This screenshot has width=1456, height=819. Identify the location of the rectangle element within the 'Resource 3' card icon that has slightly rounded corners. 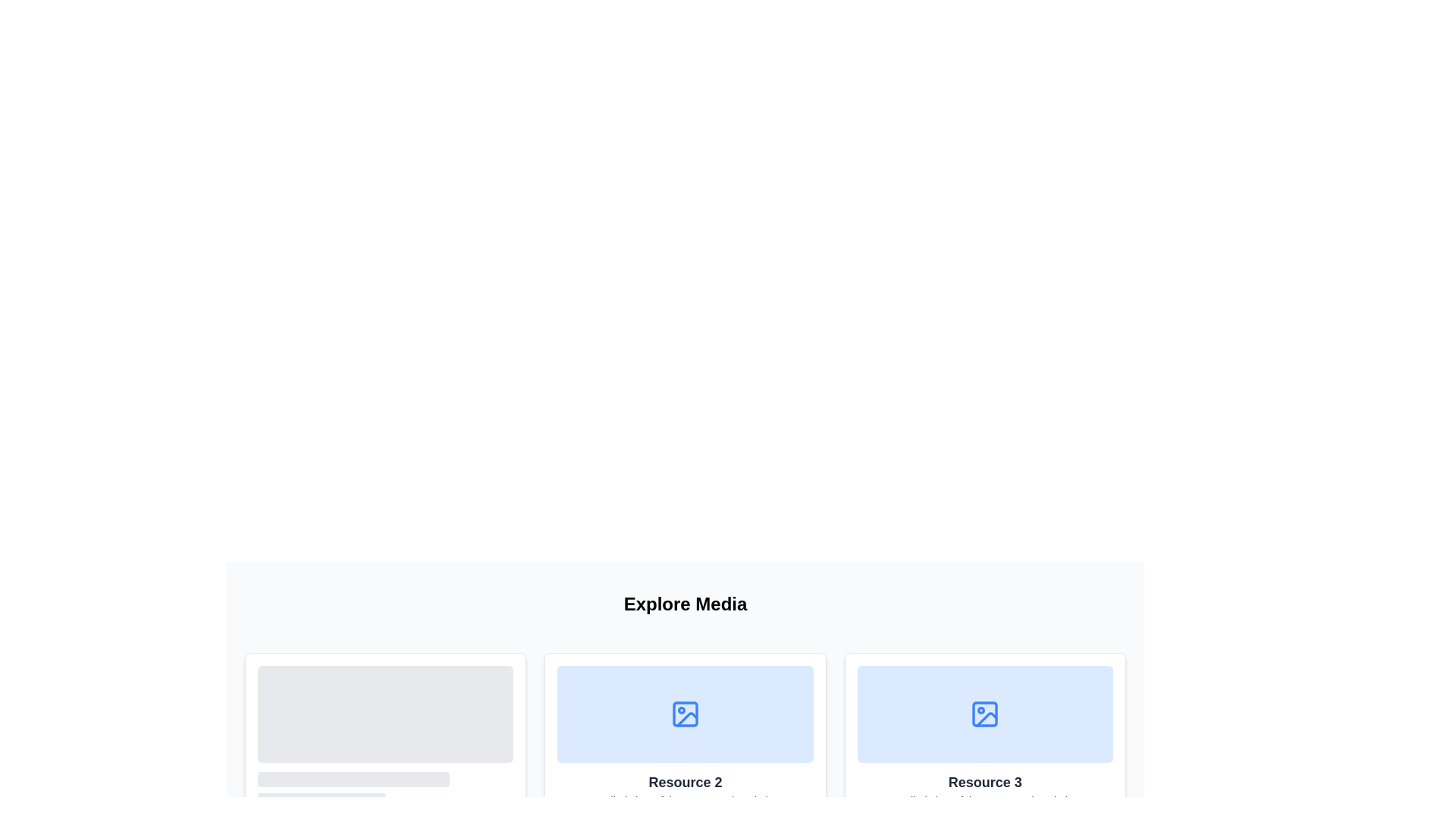
(985, 714).